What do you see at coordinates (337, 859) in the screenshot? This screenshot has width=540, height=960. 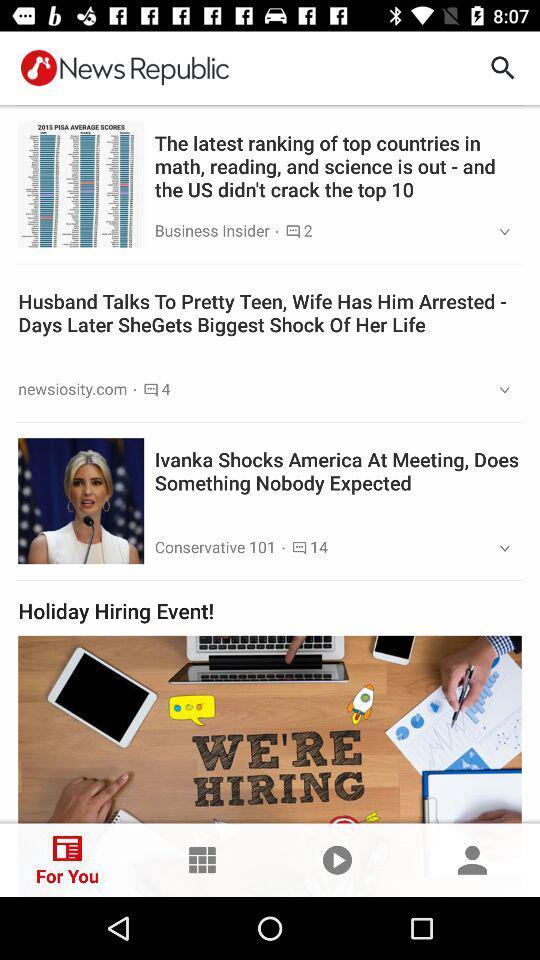 I see `the play icon at the bottom of the page shown before human tag` at bounding box center [337, 859].